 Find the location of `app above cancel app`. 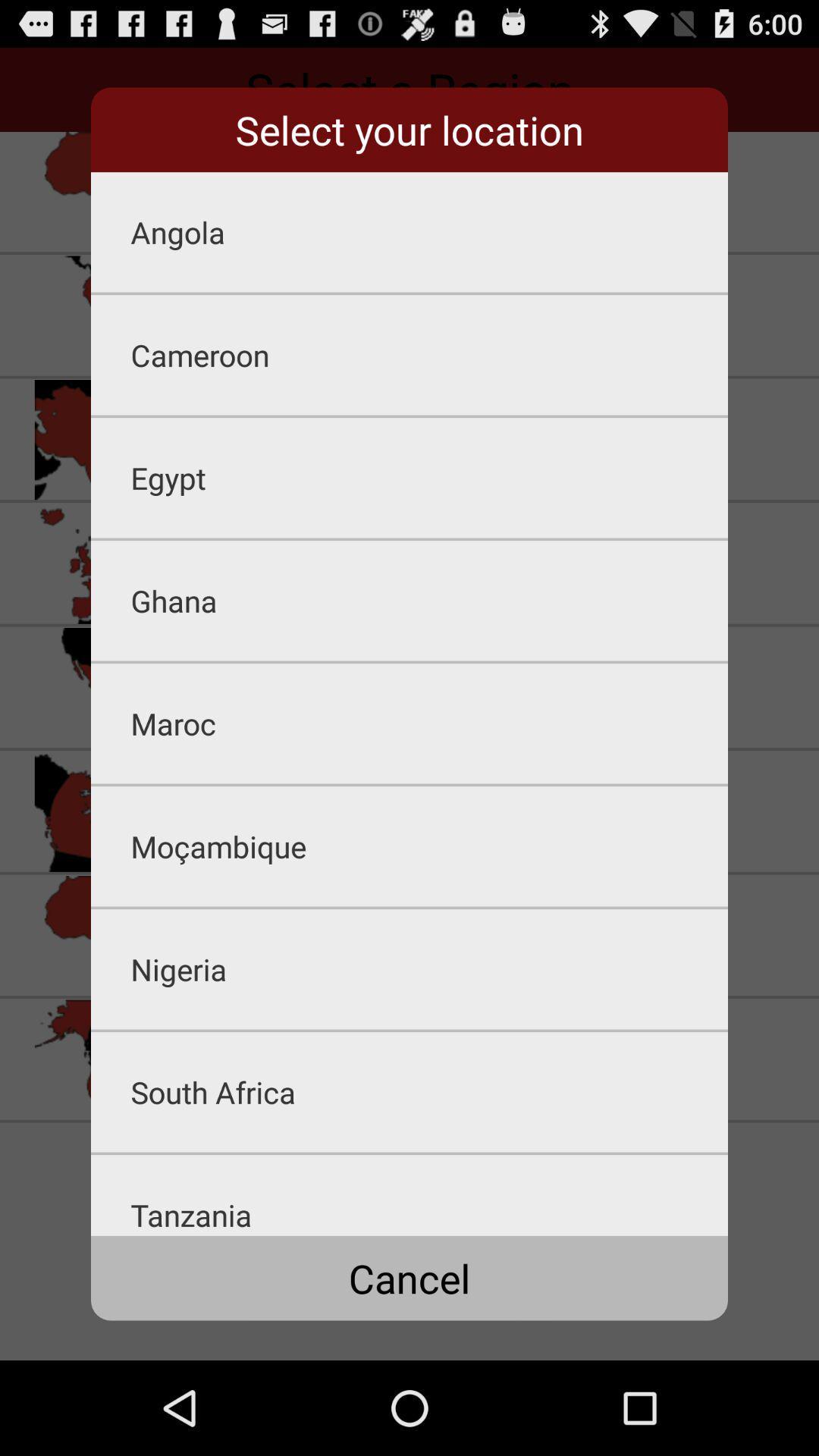

app above cancel app is located at coordinates (429, 1194).